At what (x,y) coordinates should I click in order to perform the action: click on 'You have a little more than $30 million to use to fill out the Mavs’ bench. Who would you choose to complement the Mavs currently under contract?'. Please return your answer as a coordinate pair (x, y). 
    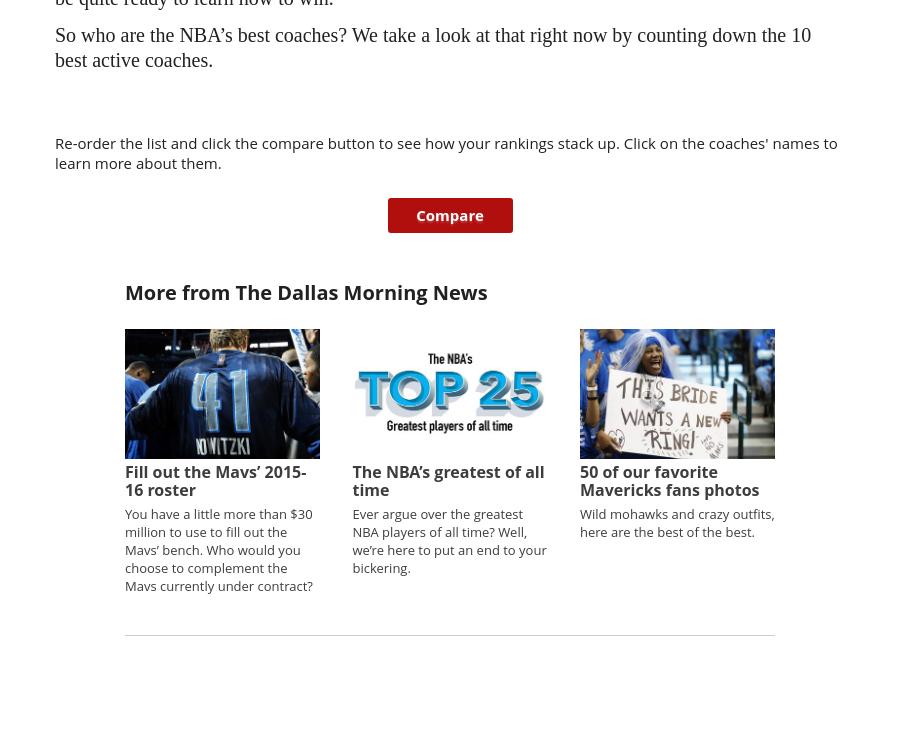
    Looking at the image, I should click on (218, 548).